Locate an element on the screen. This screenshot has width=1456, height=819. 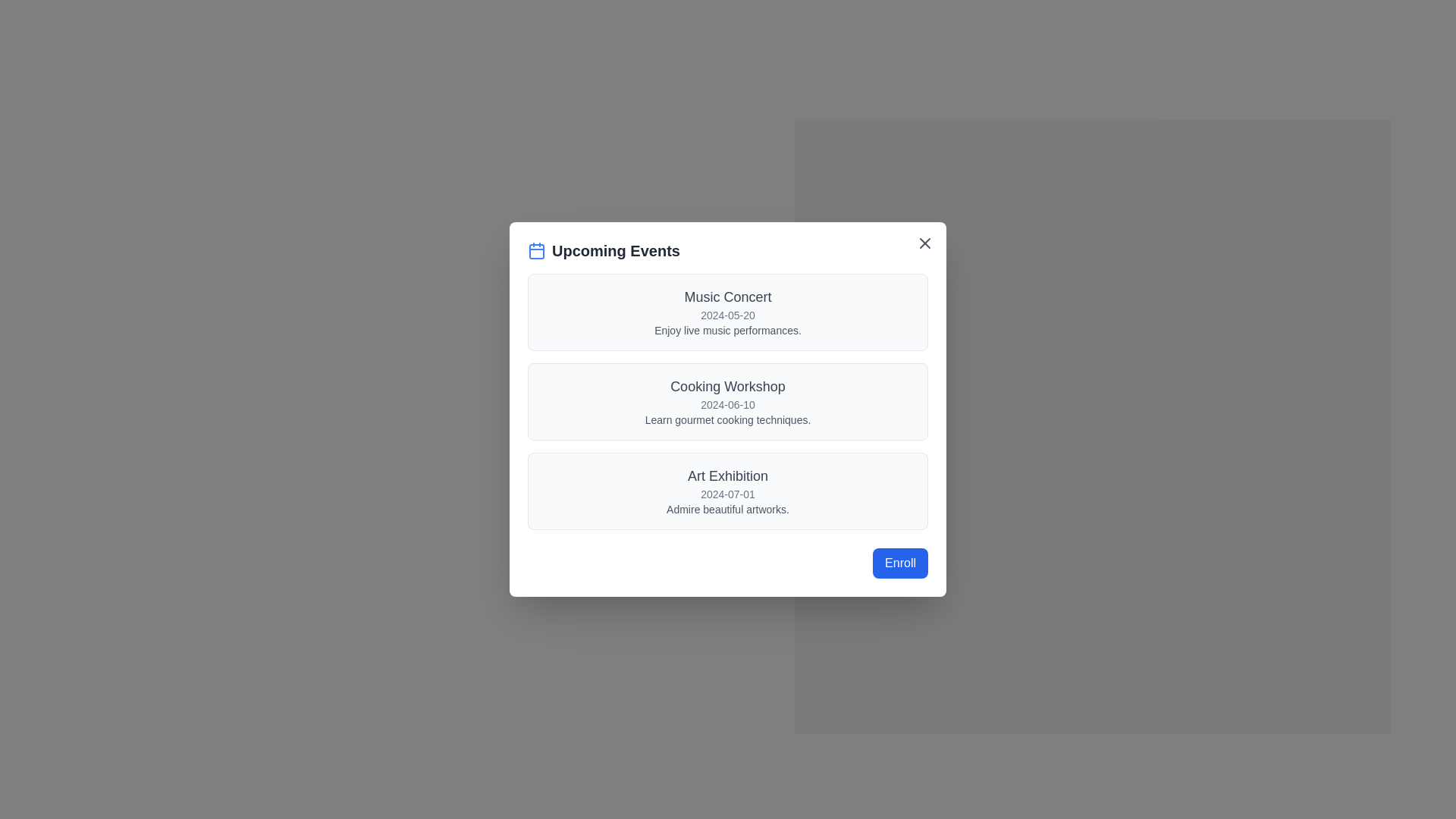
text label providing additional information about the 'Art Exhibition' event, which states 'Admire beautiful artworks.' located at the bottom of the event details list is located at coordinates (728, 509).